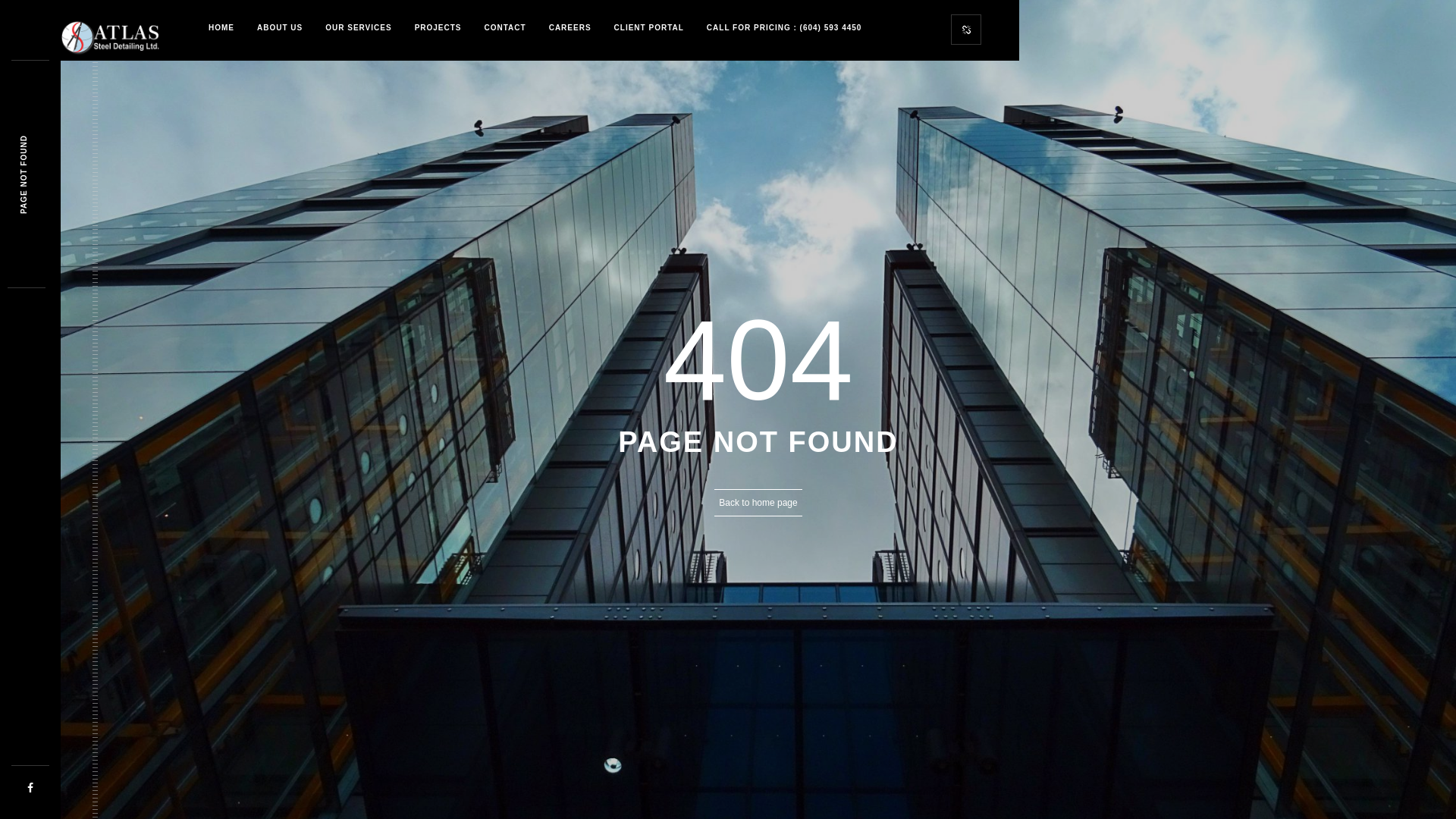  I want to click on 'PAGE NOT FOUND', so click(58, 139).